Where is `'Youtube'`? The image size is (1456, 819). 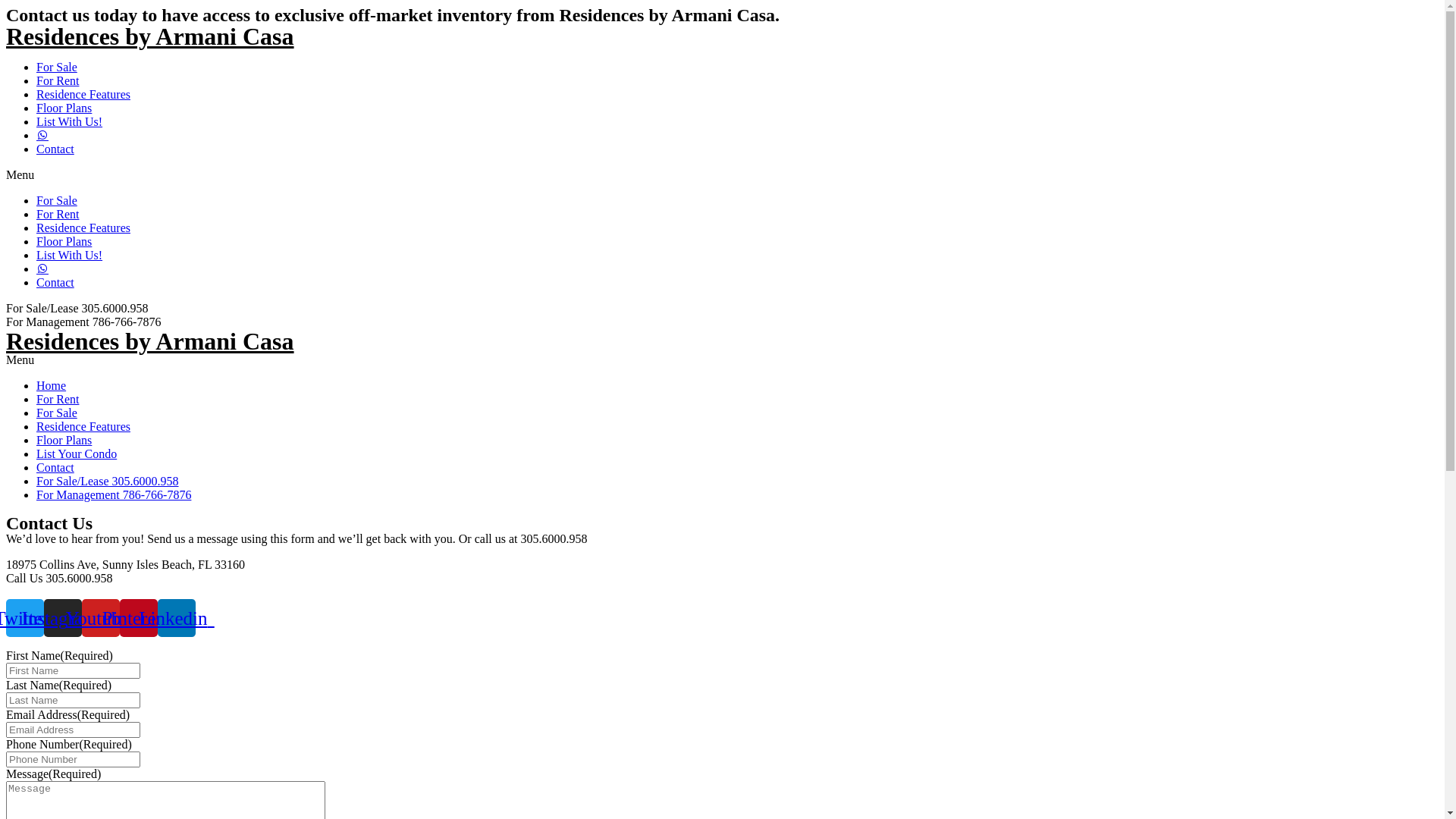
'Youtube' is located at coordinates (100, 617).